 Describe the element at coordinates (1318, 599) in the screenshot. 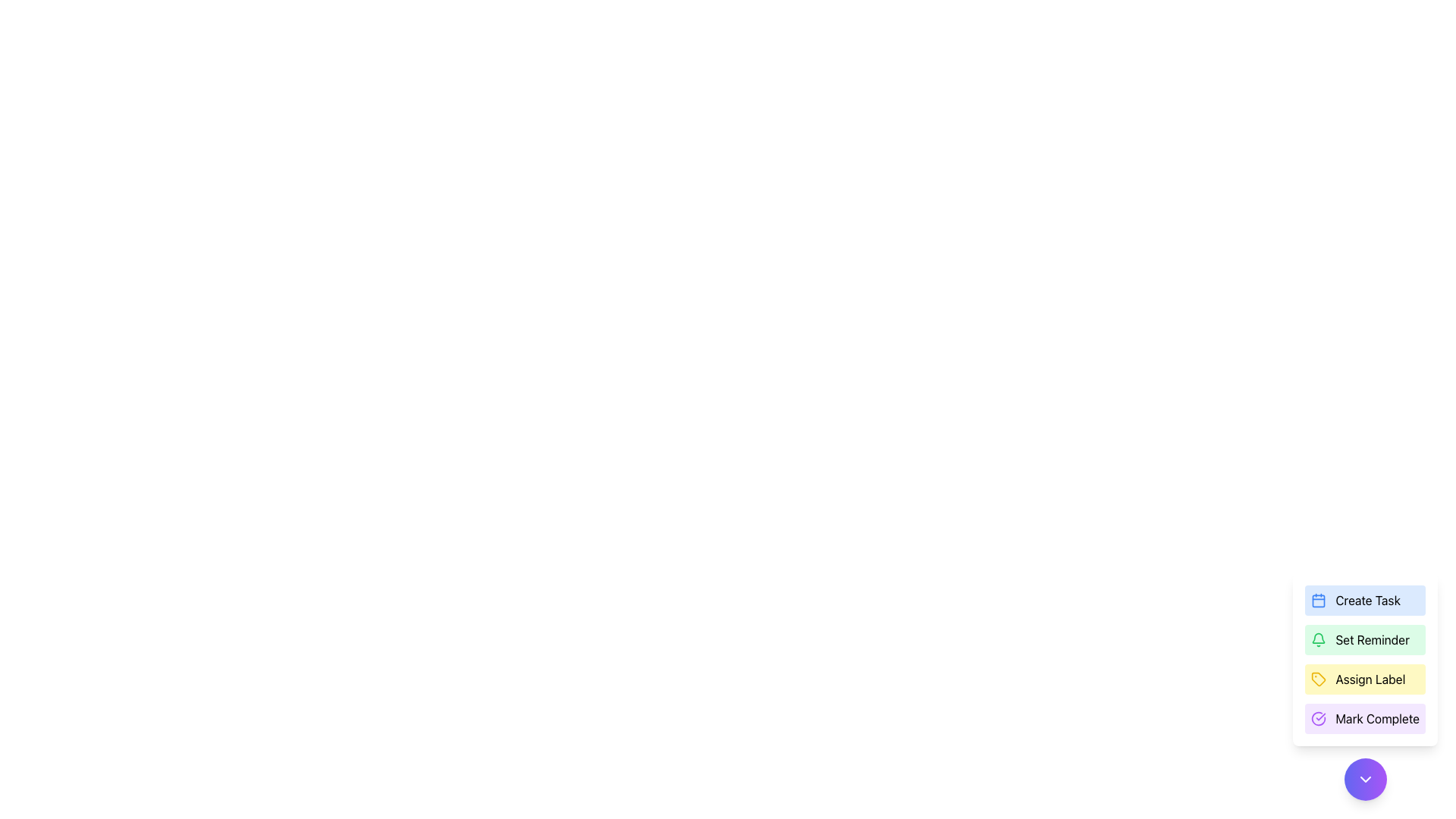

I see `the calendar icon located to the left of the 'Create Task' text` at that location.